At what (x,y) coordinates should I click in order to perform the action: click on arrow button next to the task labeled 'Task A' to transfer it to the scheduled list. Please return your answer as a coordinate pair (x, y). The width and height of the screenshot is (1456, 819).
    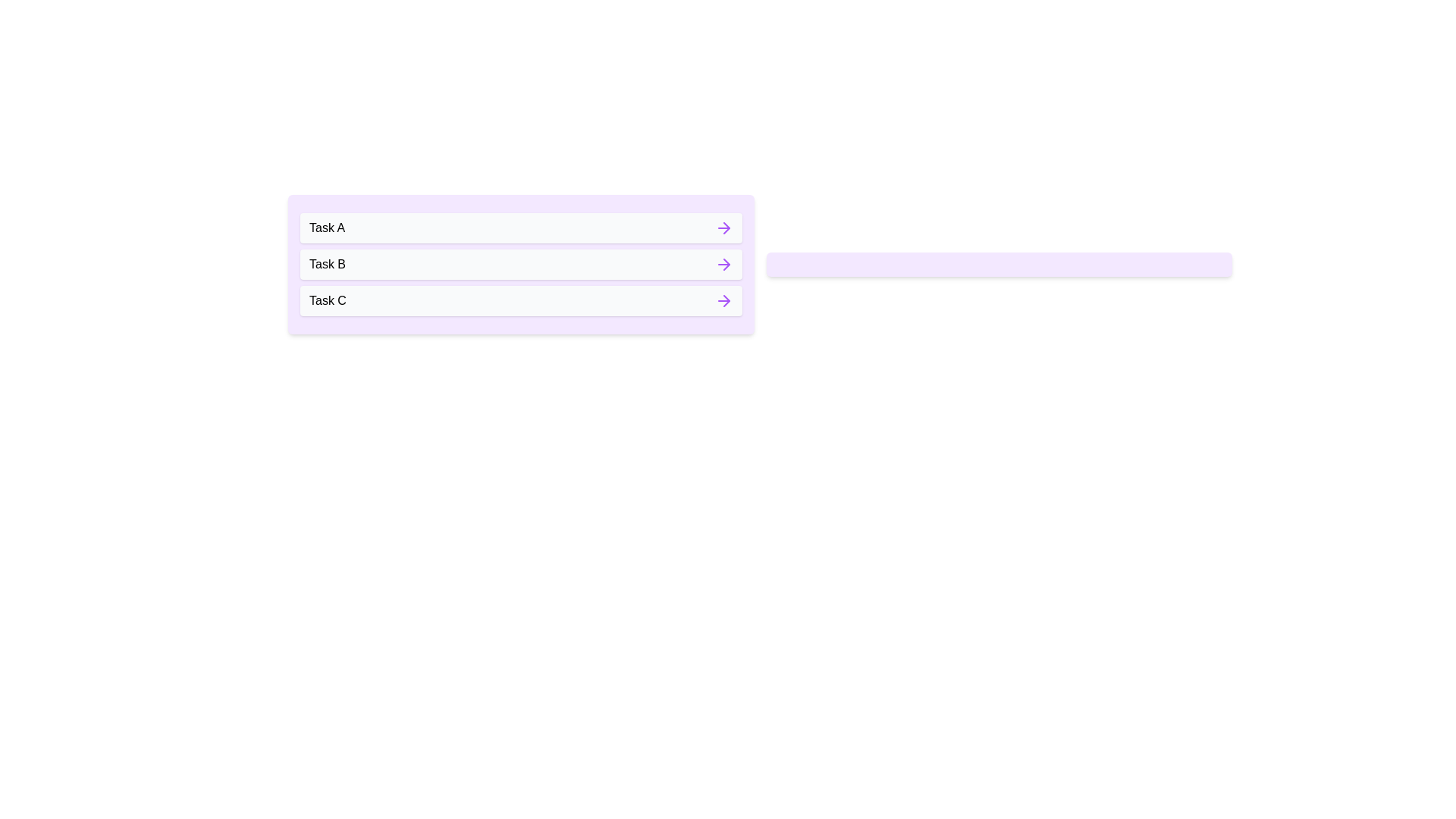
    Looking at the image, I should click on (723, 227).